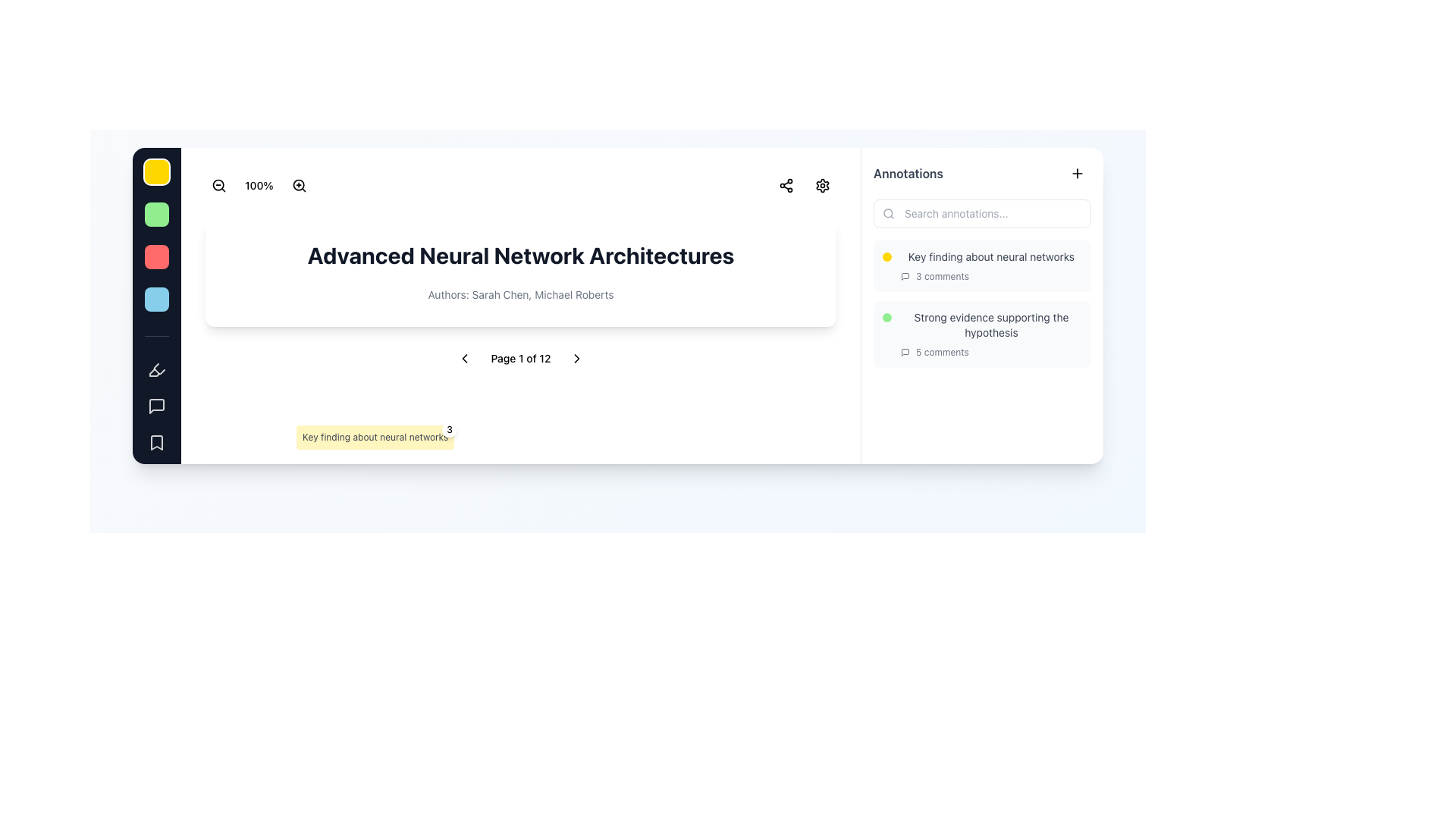  Describe the element at coordinates (821, 185) in the screenshot. I see `the settings button located in the top-right corner of the main content area, adjacent to a share icon` at that location.